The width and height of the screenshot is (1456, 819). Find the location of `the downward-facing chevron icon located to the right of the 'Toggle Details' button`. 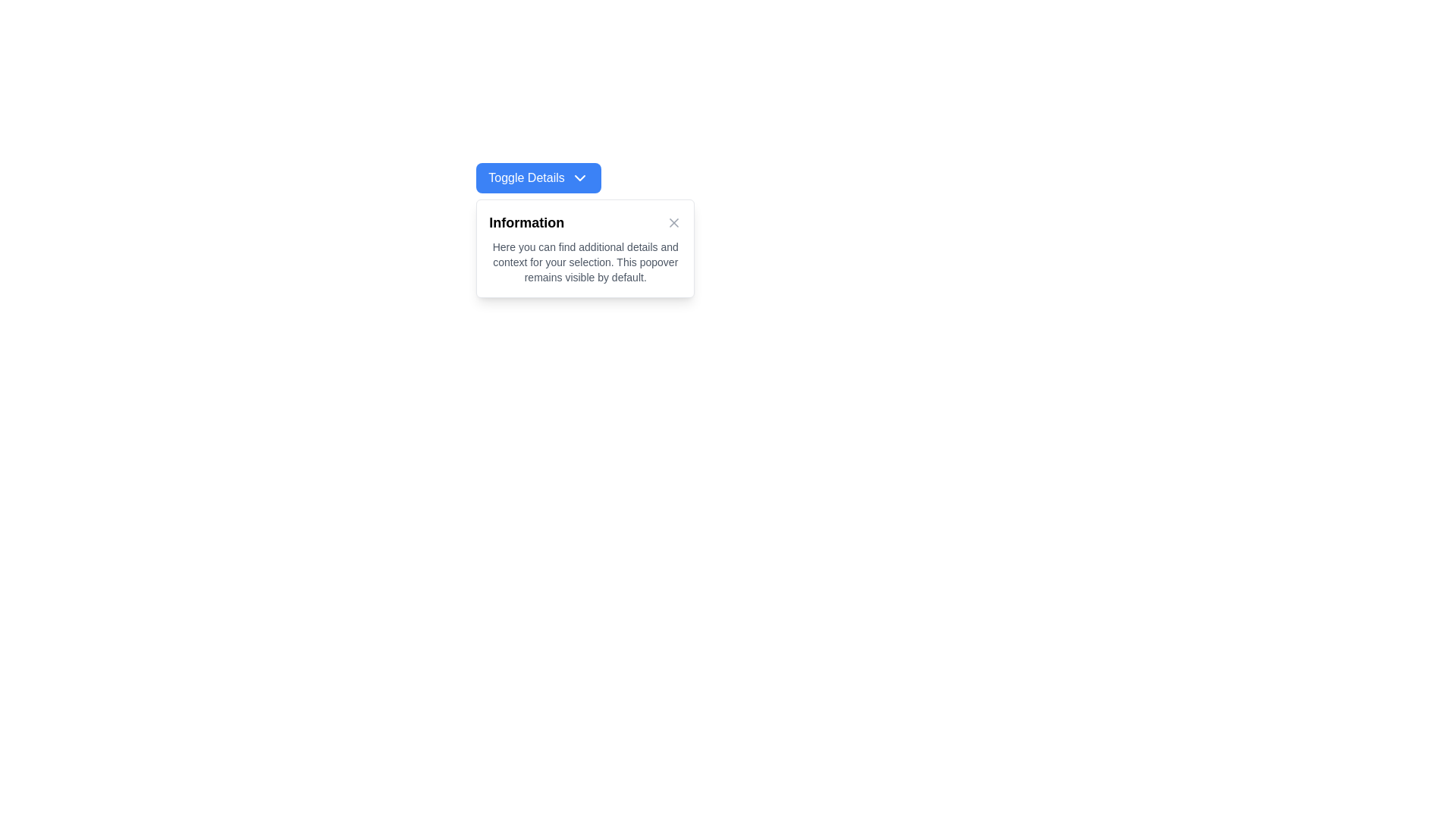

the downward-facing chevron icon located to the right of the 'Toggle Details' button is located at coordinates (579, 177).